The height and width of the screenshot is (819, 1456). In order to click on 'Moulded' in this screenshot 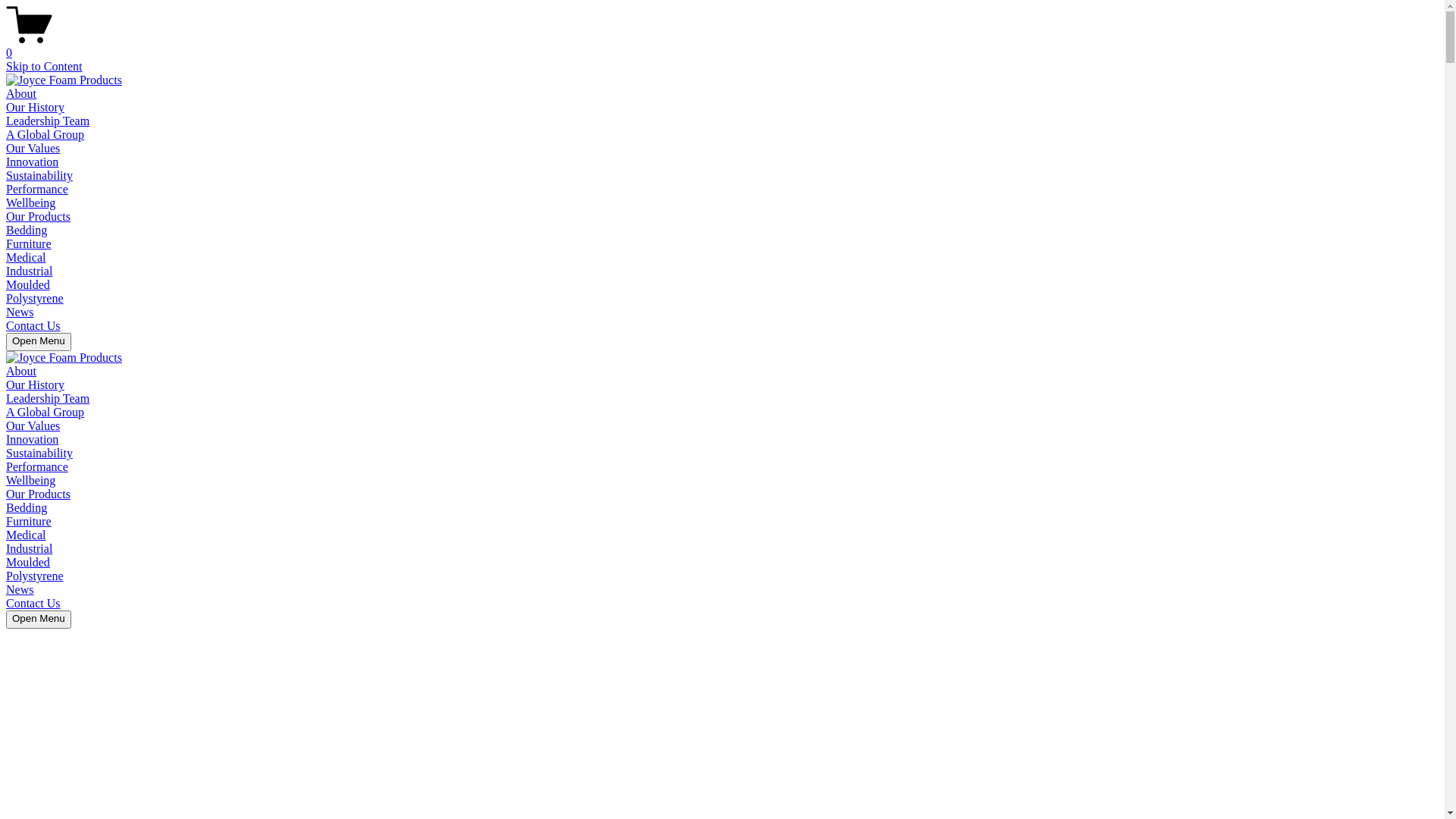, I will do `click(28, 284)`.